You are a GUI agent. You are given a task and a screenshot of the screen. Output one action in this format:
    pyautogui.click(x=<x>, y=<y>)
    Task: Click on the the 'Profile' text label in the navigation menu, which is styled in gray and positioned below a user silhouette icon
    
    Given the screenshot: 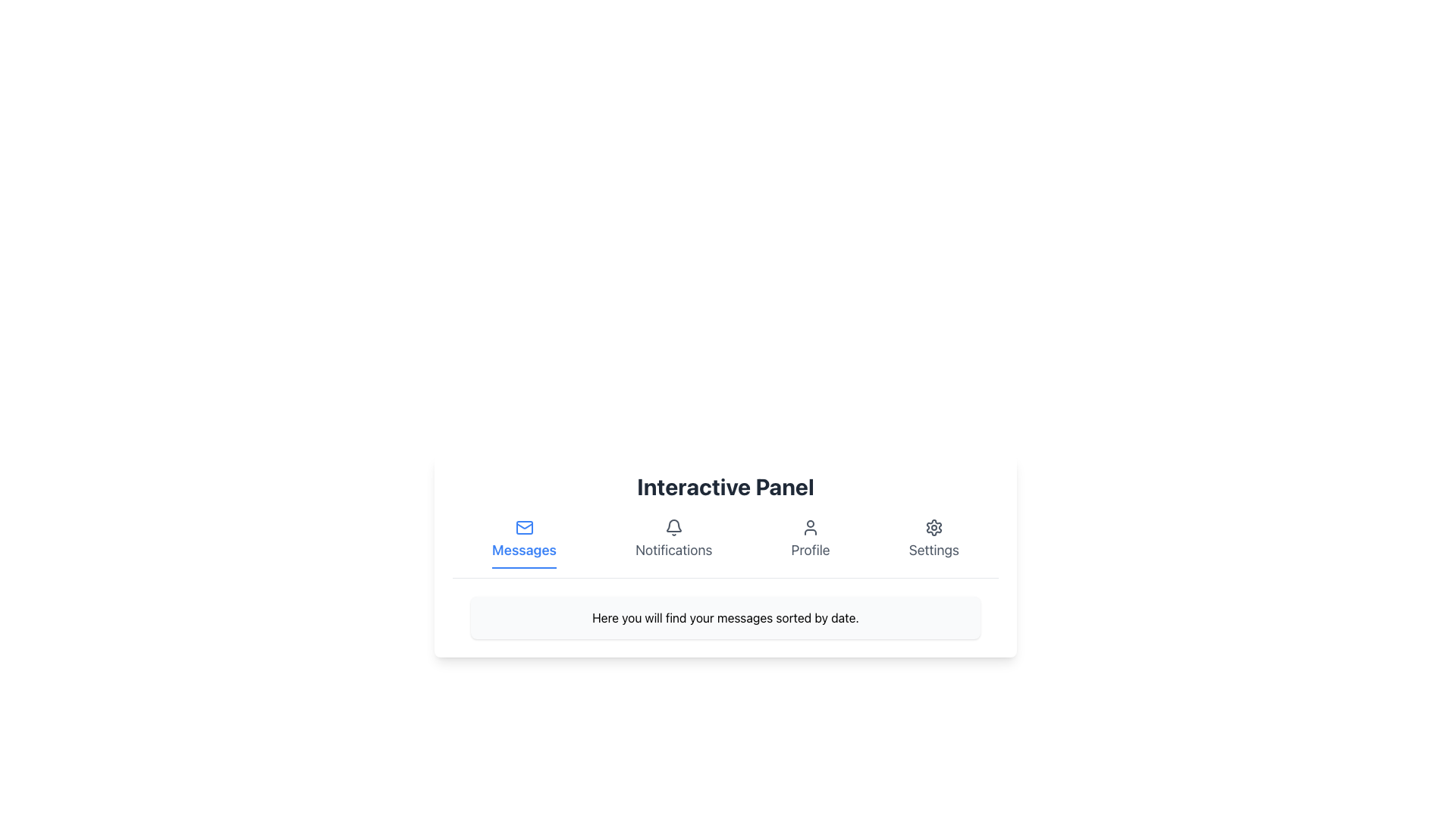 What is the action you would take?
    pyautogui.click(x=810, y=550)
    